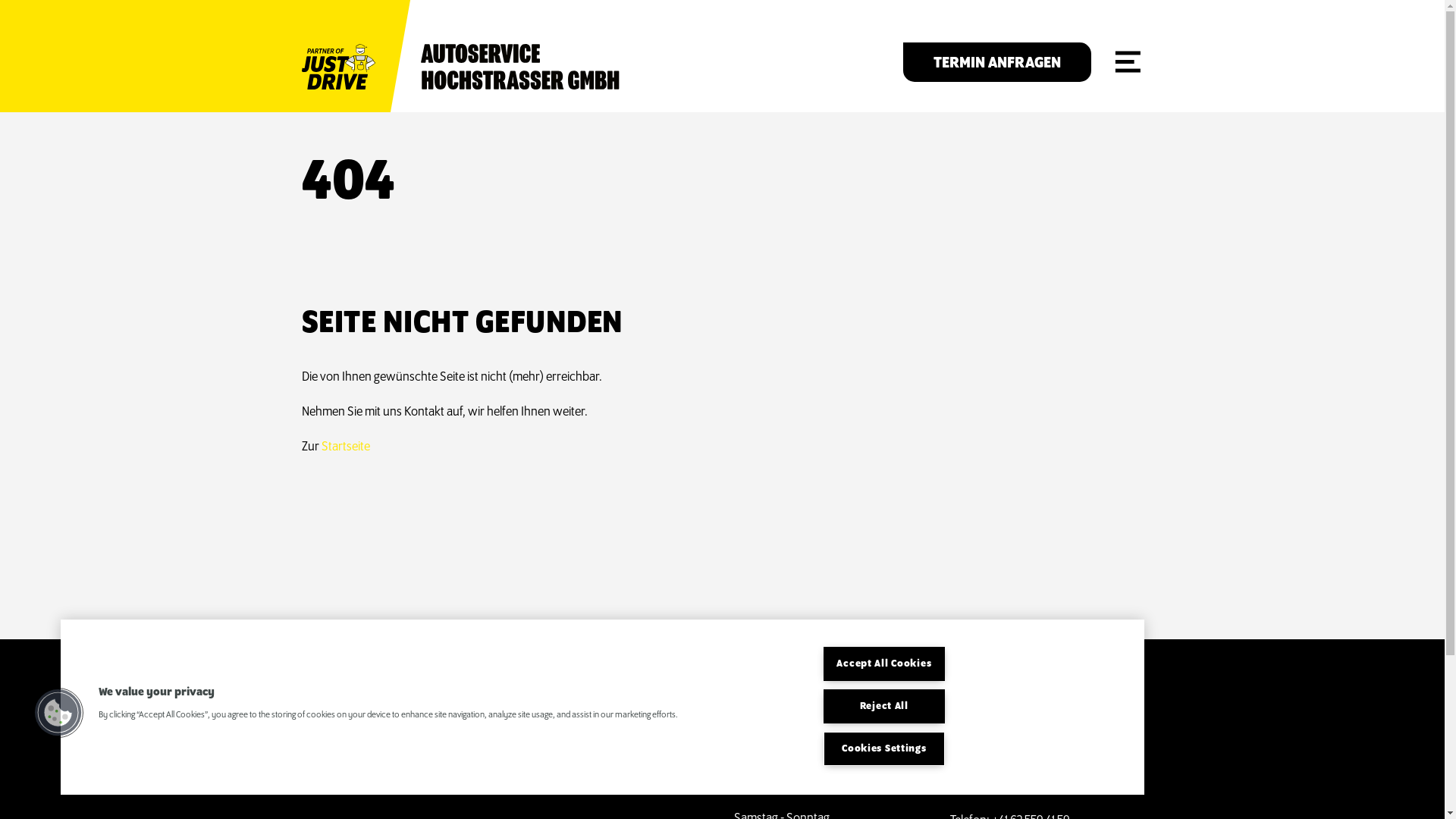 Image resolution: width=1456 pixels, height=819 pixels. What do you see at coordinates (884, 663) in the screenshot?
I see `'Accept All Cookies'` at bounding box center [884, 663].